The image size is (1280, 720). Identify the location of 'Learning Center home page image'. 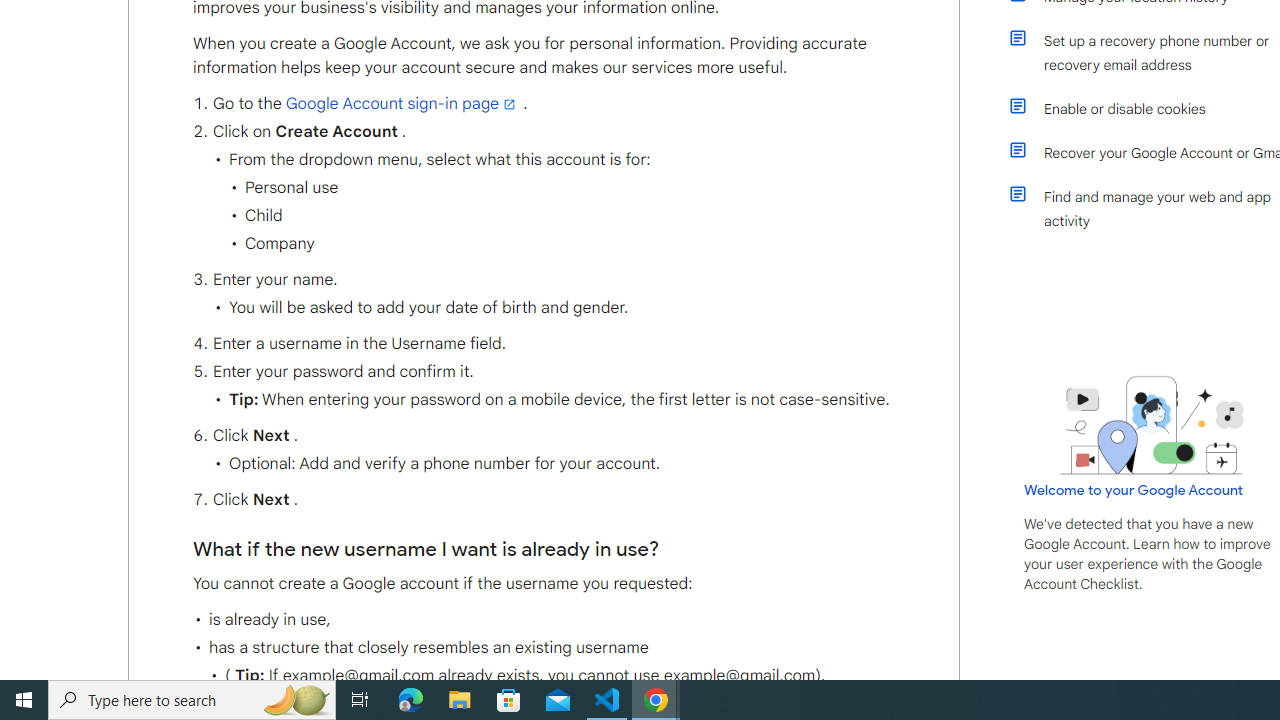
(1152, 424).